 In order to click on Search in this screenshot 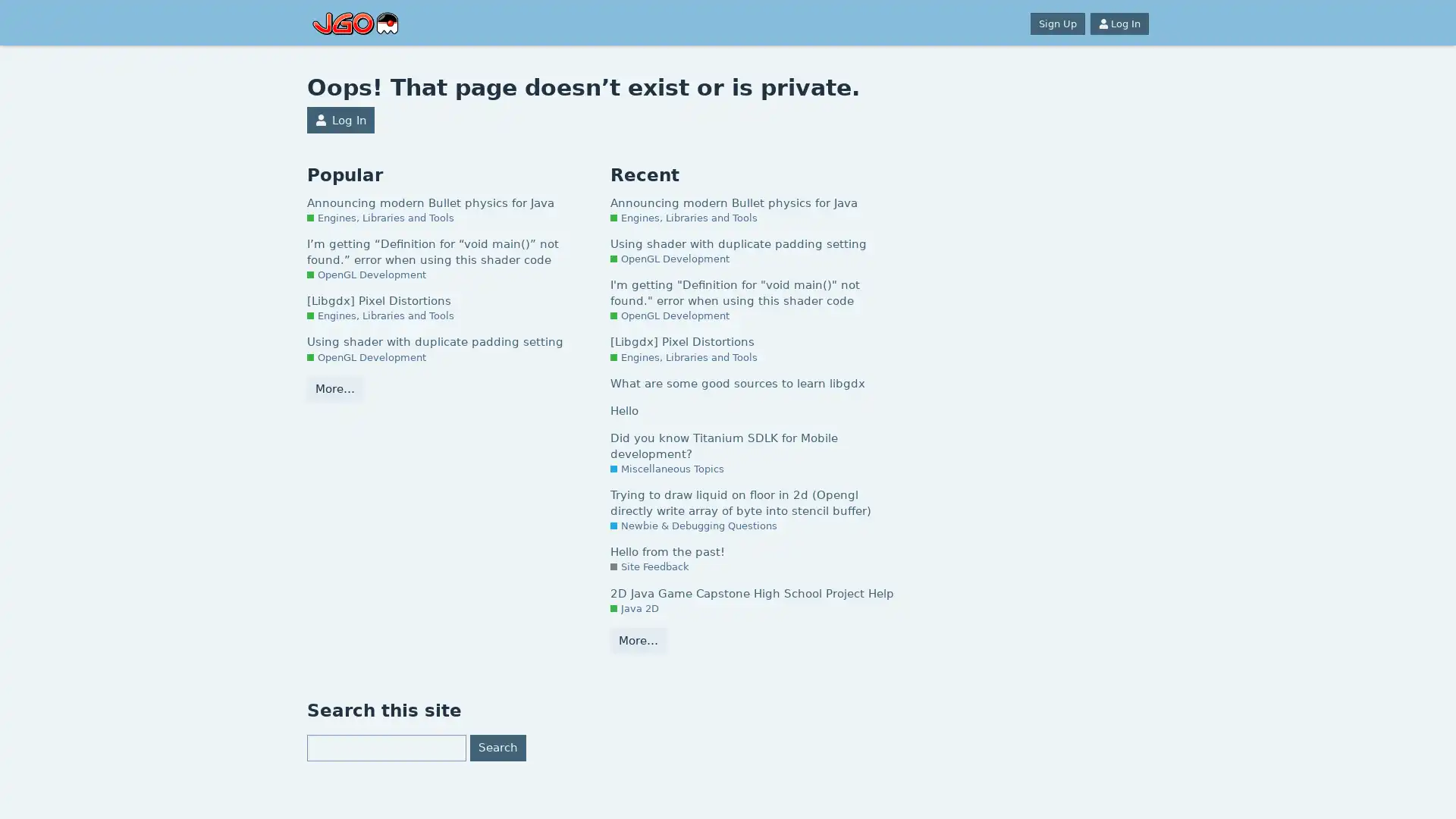, I will do `click(497, 746)`.